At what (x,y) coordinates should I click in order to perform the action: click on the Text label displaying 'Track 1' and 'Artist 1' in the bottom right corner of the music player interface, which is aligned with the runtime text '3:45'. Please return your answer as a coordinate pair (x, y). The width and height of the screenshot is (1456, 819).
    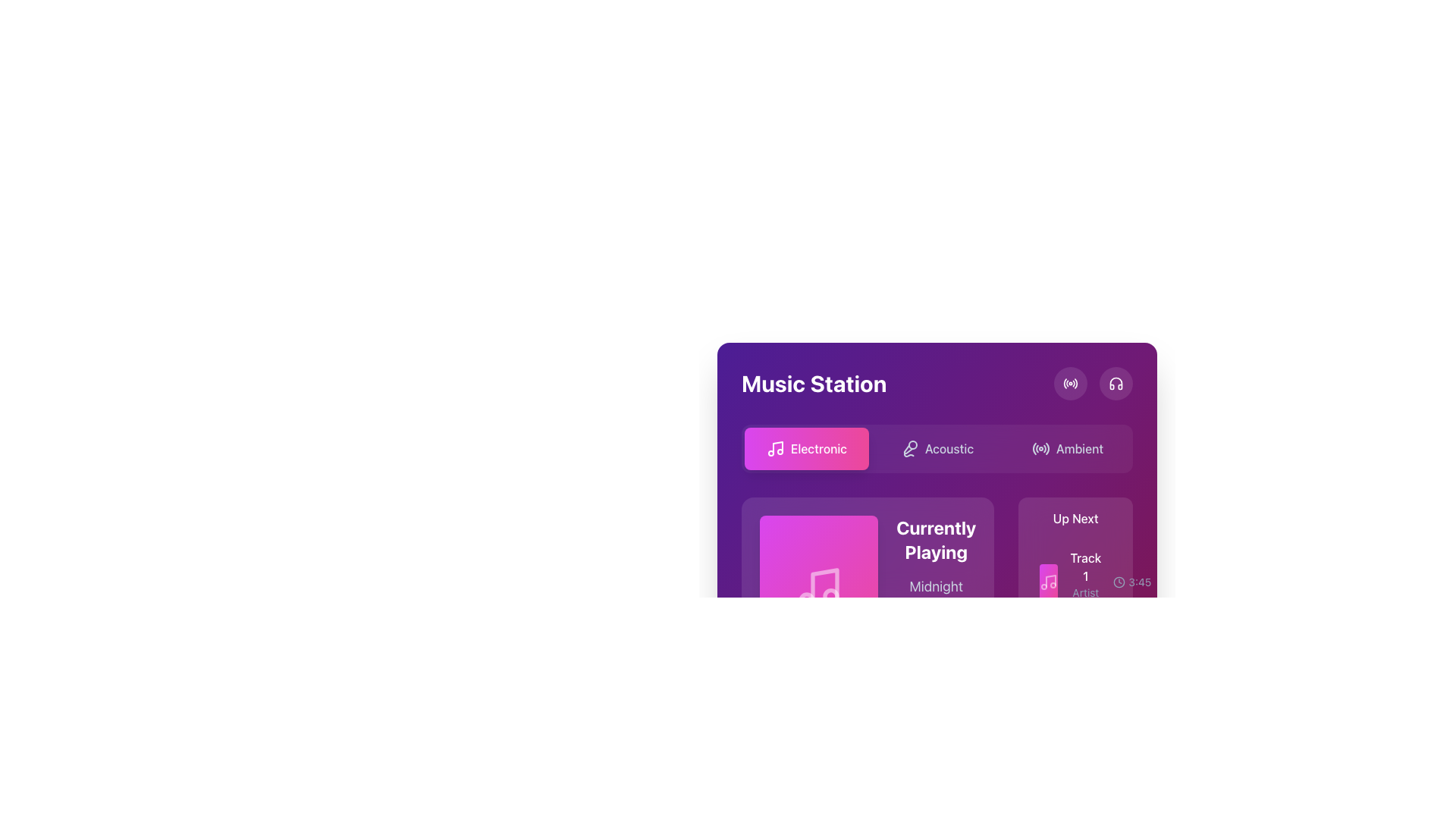
    Looking at the image, I should click on (1084, 581).